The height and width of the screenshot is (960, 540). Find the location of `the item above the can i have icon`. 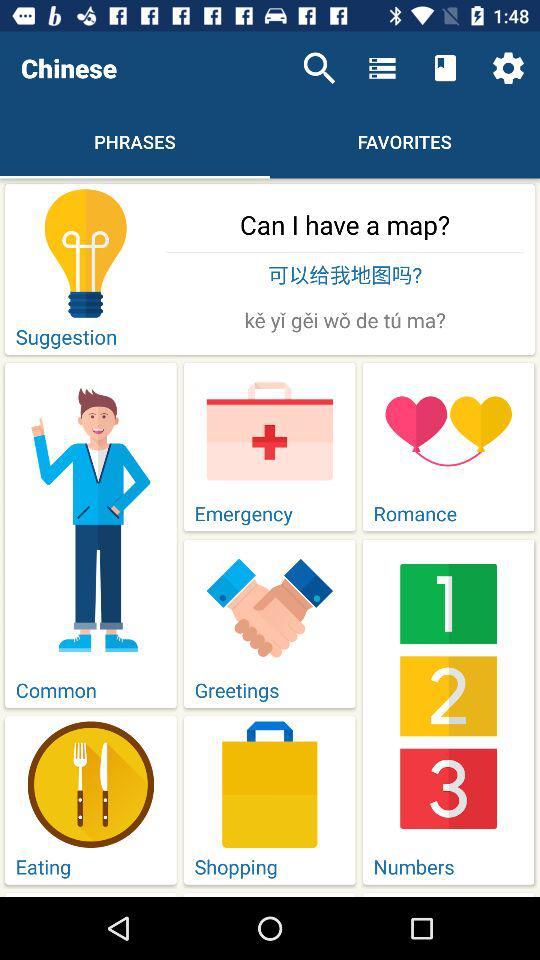

the item above the can i have icon is located at coordinates (508, 68).